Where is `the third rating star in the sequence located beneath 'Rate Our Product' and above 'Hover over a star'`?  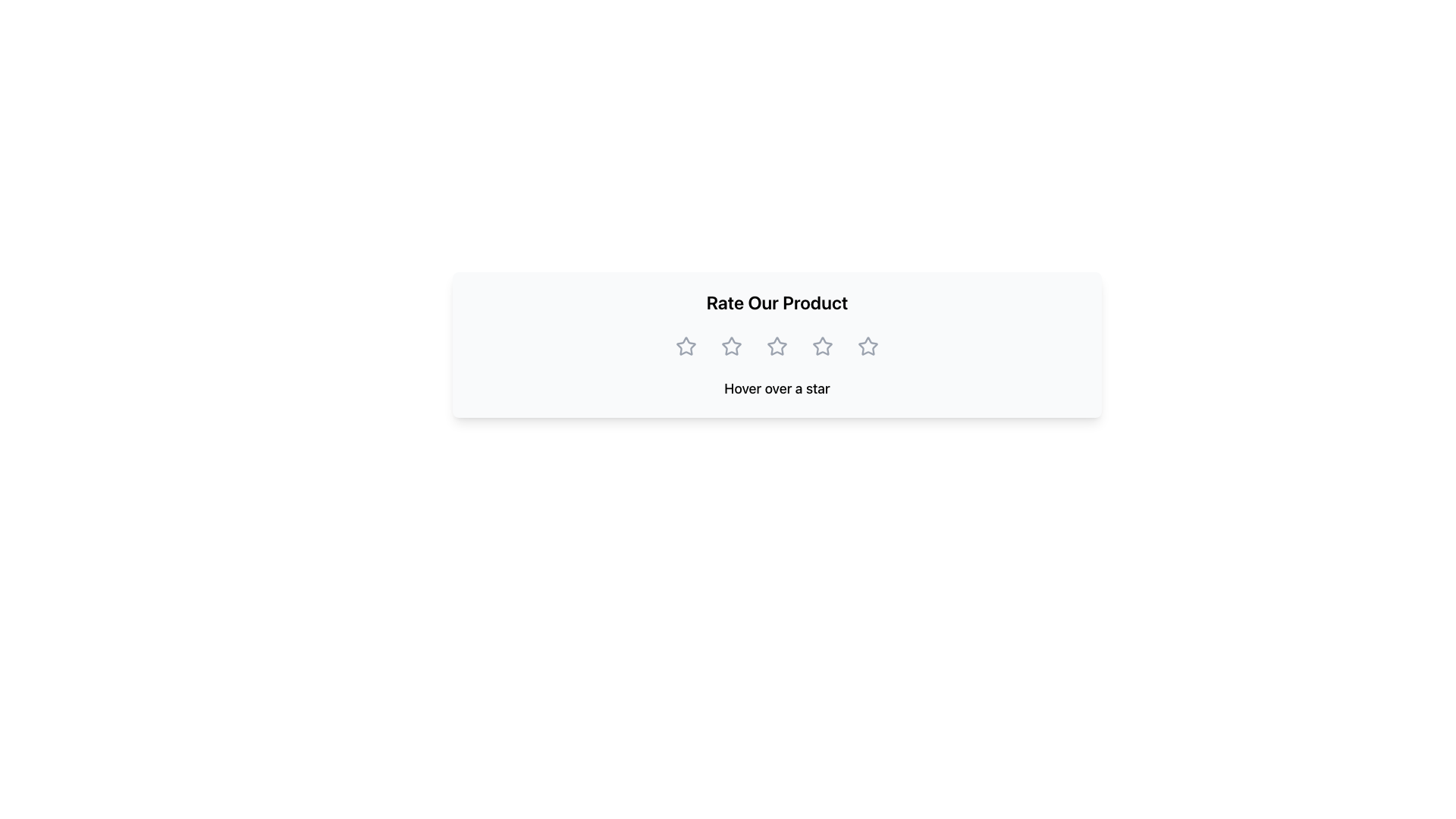 the third rating star in the sequence located beneath 'Rate Our Product' and above 'Hover over a star' is located at coordinates (821, 346).